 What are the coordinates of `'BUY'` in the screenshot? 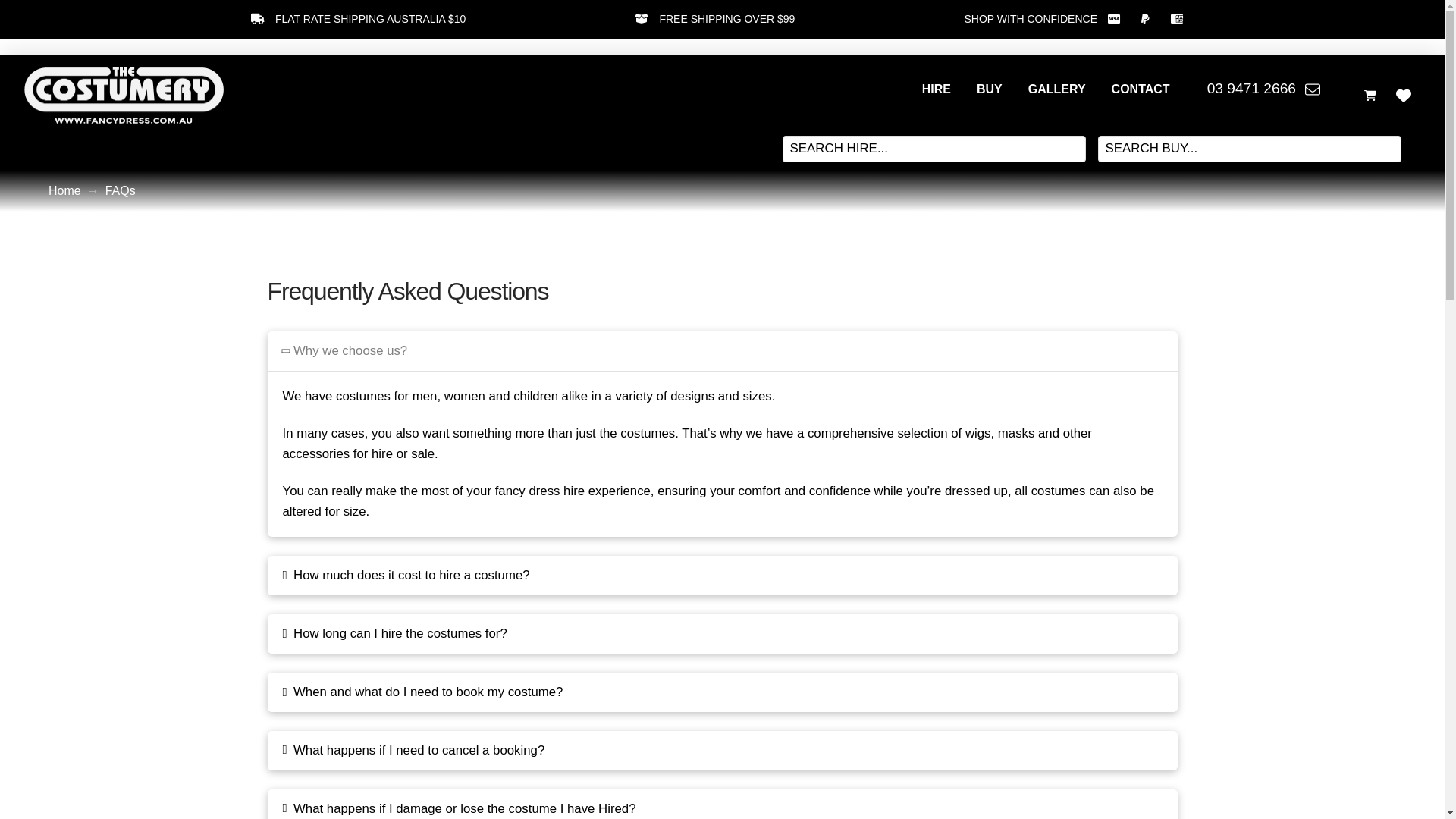 It's located at (990, 89).